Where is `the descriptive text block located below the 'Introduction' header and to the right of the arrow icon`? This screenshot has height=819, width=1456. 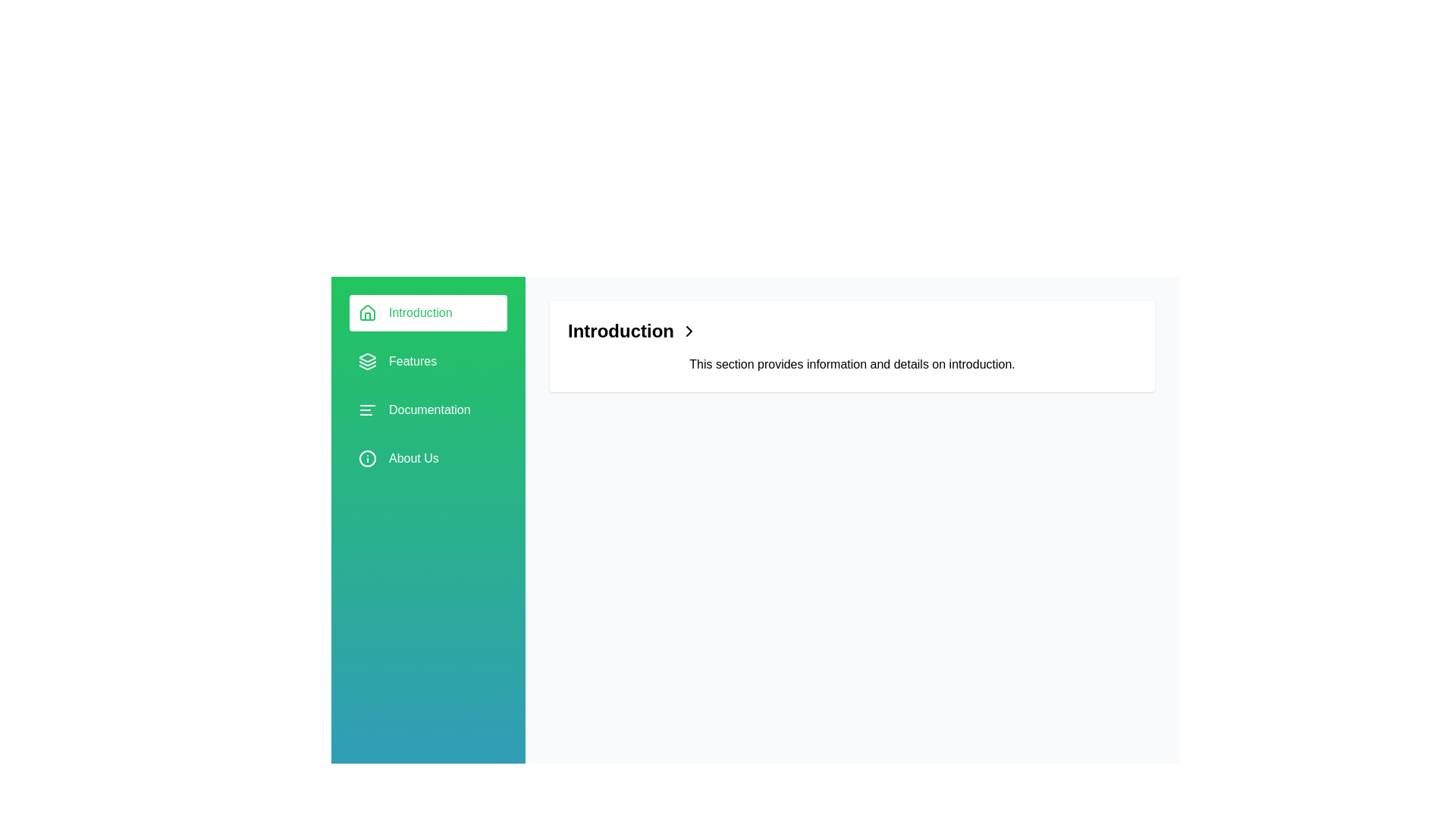 the descriptive text block located below the 'Introduction' header and to the right of the arrow icon is located at coordinates (852, 365).